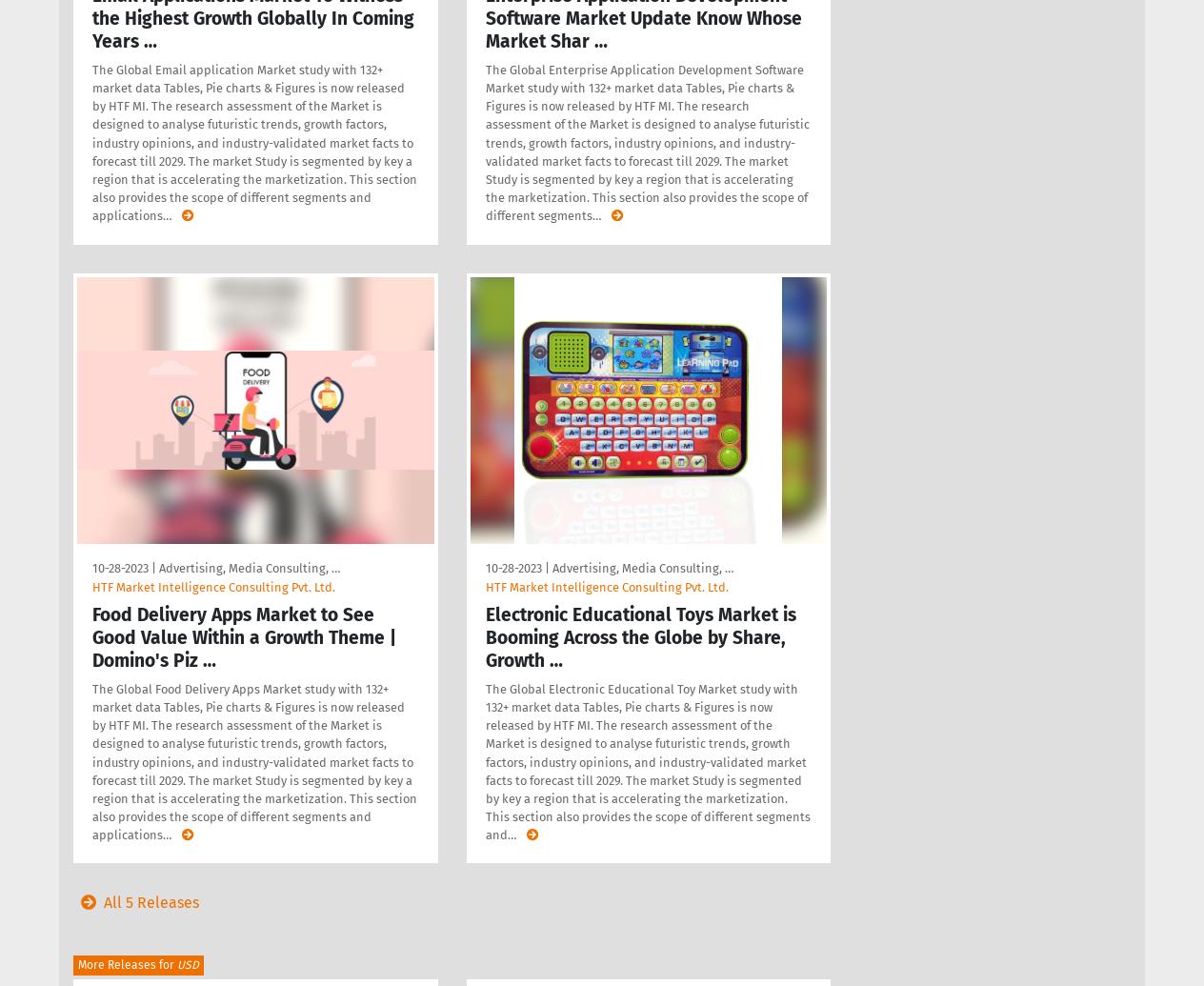 This screenshot has width=1204, height=986. Describe the element at coordinates (646, 142) in the screenshot. I see `'The Global Enterprise Application Development Software Market study with 132+ market data Tables, Pie charts & Figures is now released by HTF MI. The research assessment of the Market is designed to analyse futuristic trends, growth factors, industry opinions, and industry-validated market facts to forecast till 2029. 
The market Study is segmented by key a region that is accelerating the marketization. This section also provides the scope of different segments'` at that location.